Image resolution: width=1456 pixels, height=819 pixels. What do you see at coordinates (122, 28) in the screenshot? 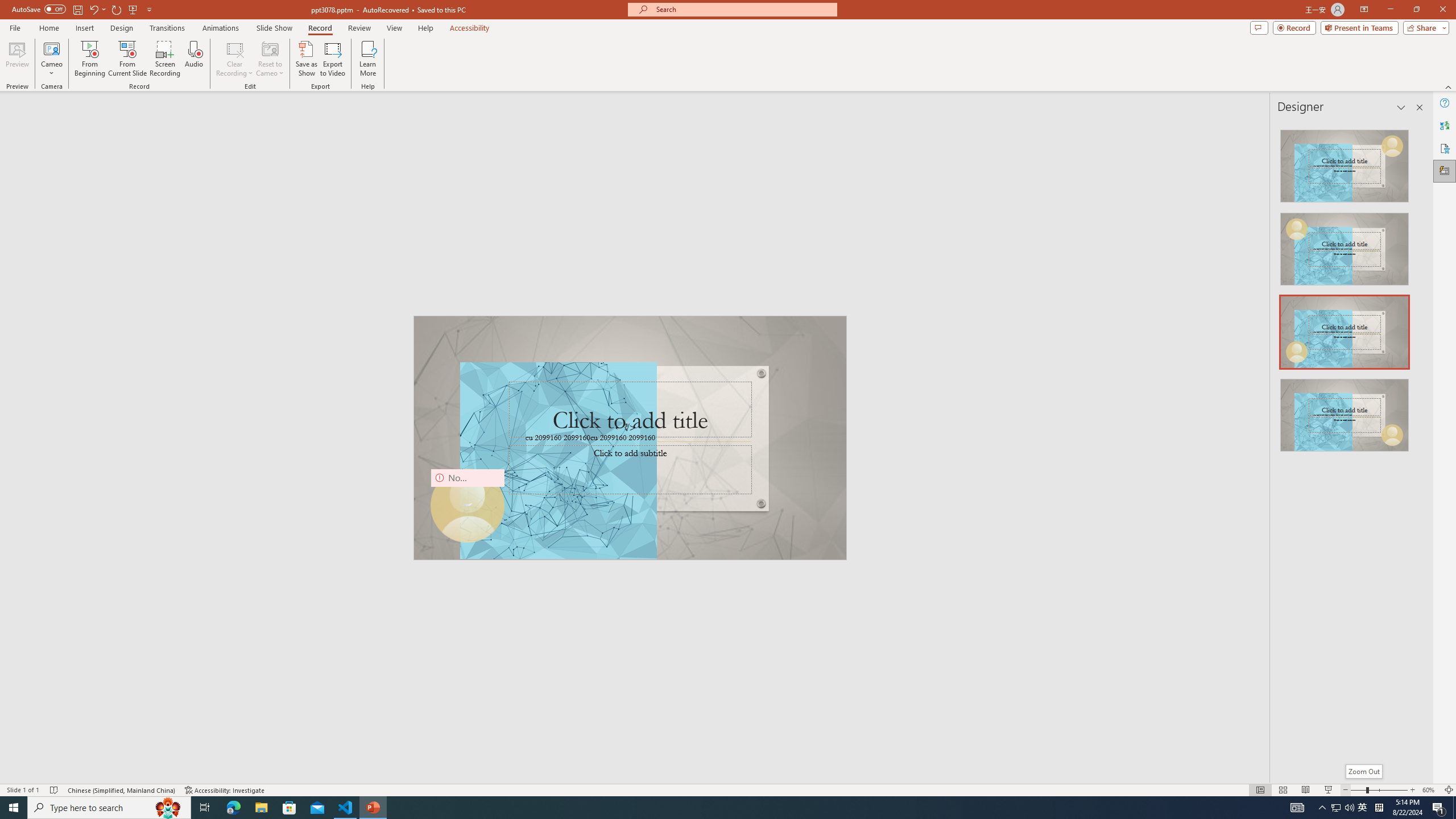
I see `'Design'` at bounding box center [122, 28].